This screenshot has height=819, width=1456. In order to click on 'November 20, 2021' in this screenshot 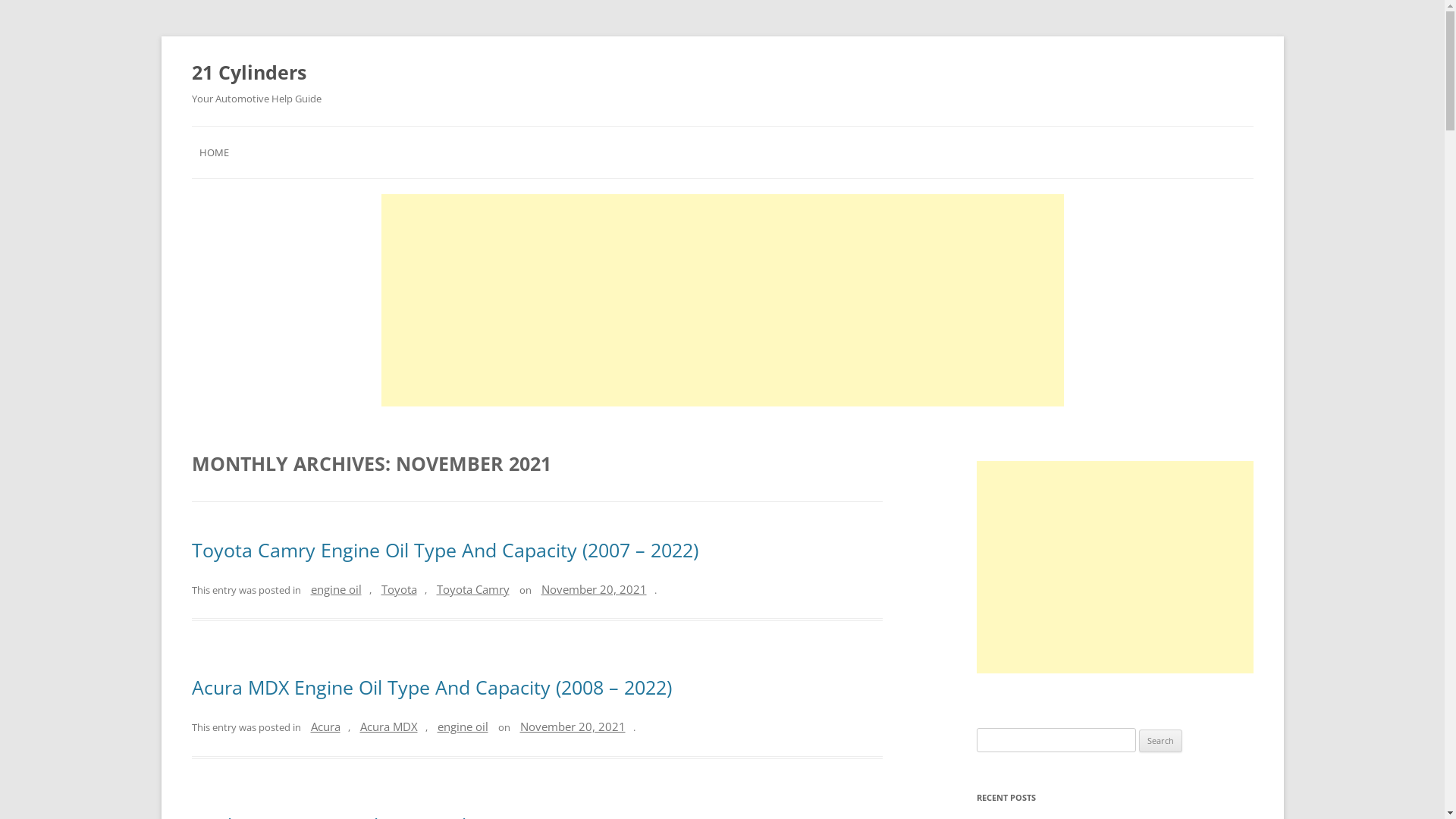, I will do `click(572, 725)`.